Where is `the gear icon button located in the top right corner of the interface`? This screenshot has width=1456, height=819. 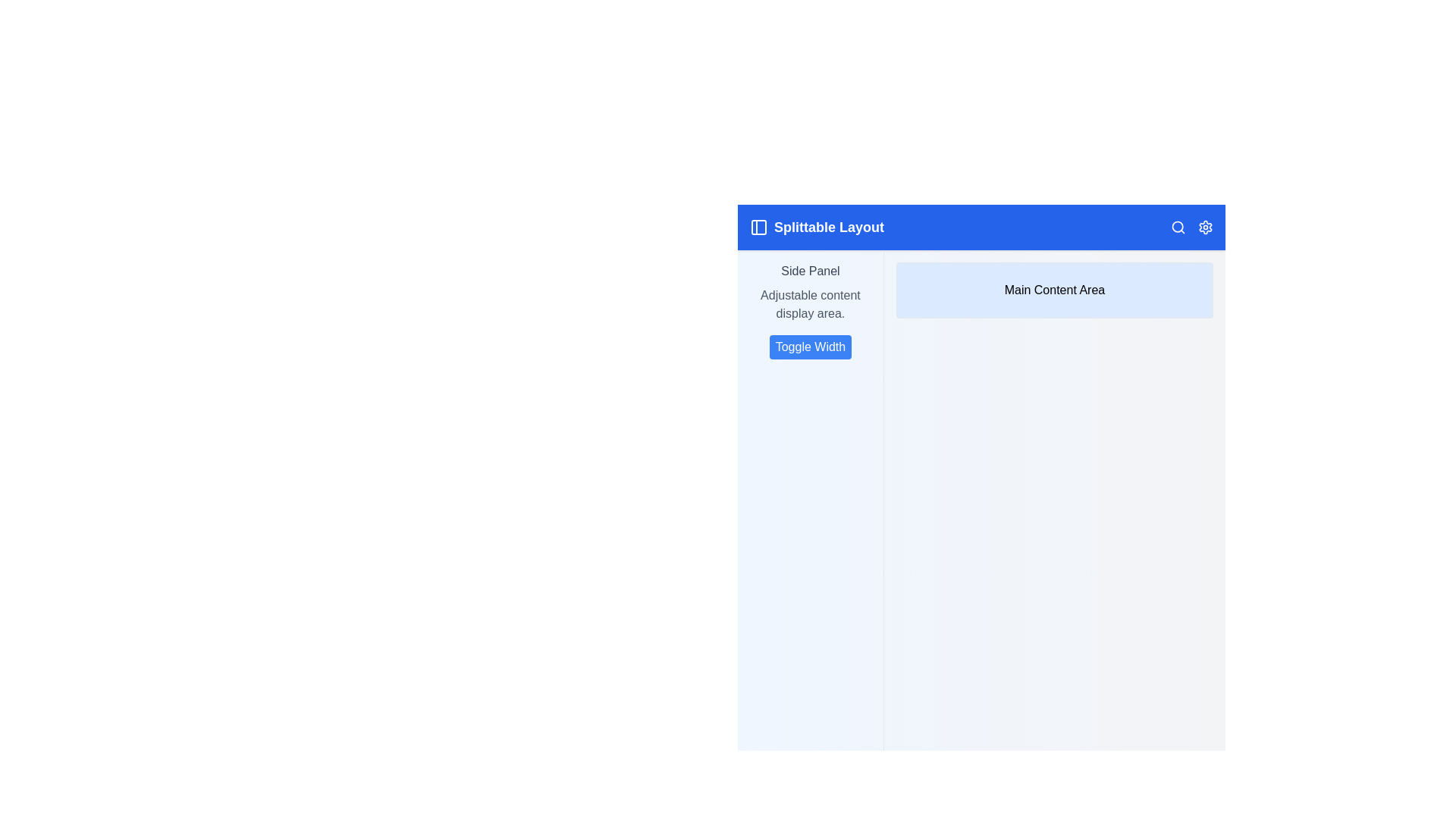
the gear icon button located in the top right corner of the interface is located at coordinates (1204, 227).